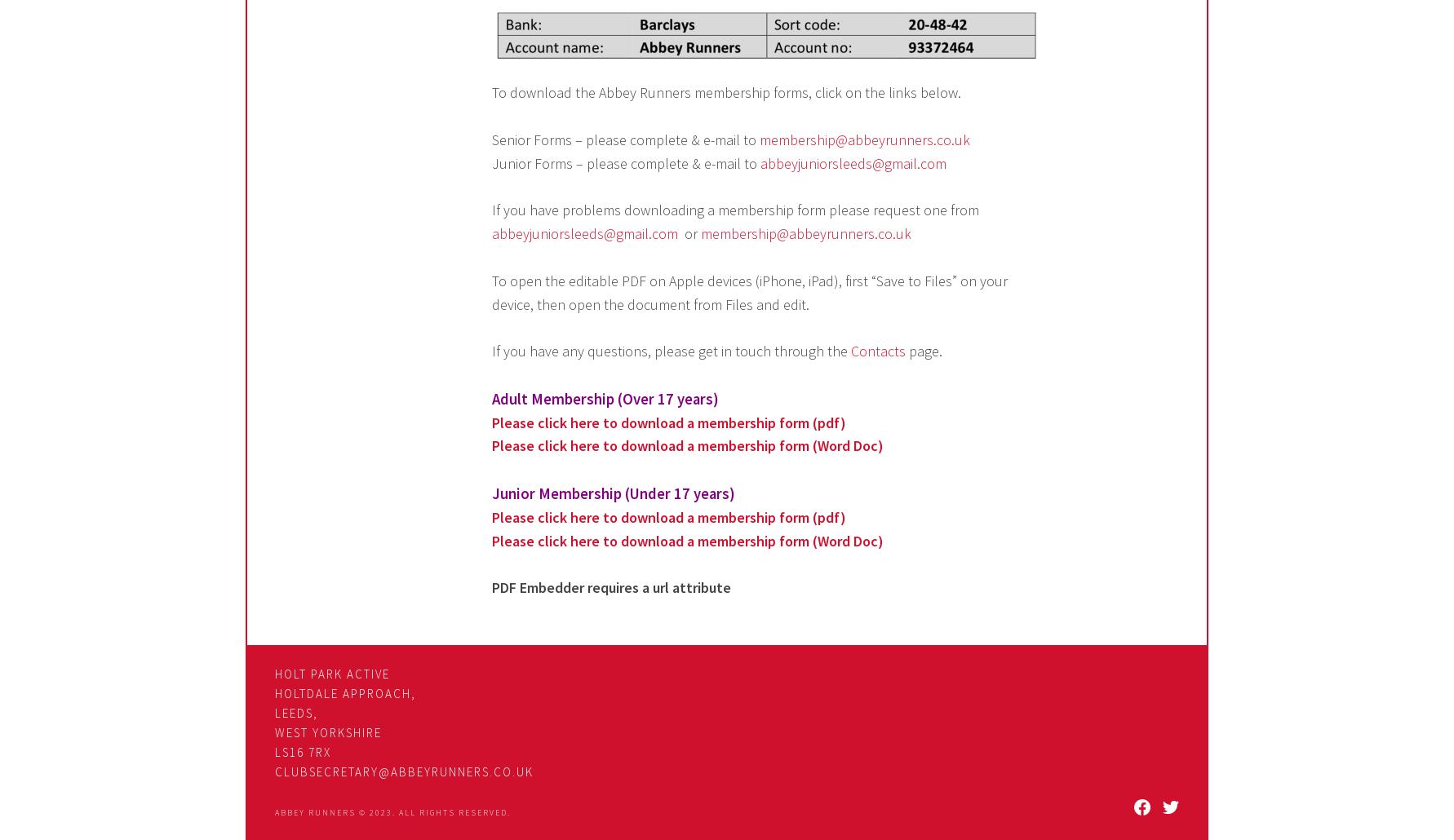 This screenshot has height=840, width=1454. I want to click on 'Contacts', so click(878, 350).